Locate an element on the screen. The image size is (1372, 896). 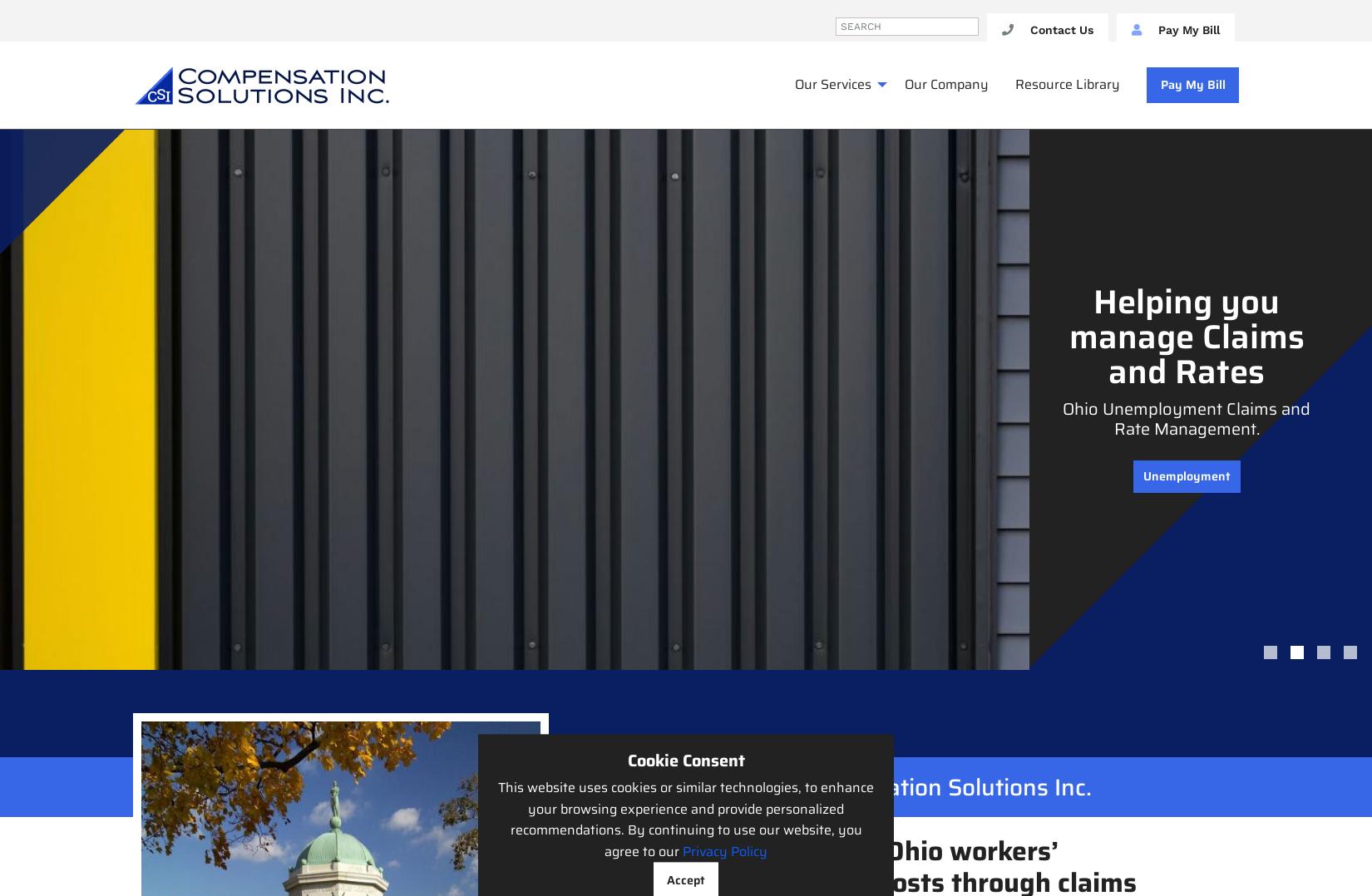
'Our Company' is located at coordinates (946, 83).